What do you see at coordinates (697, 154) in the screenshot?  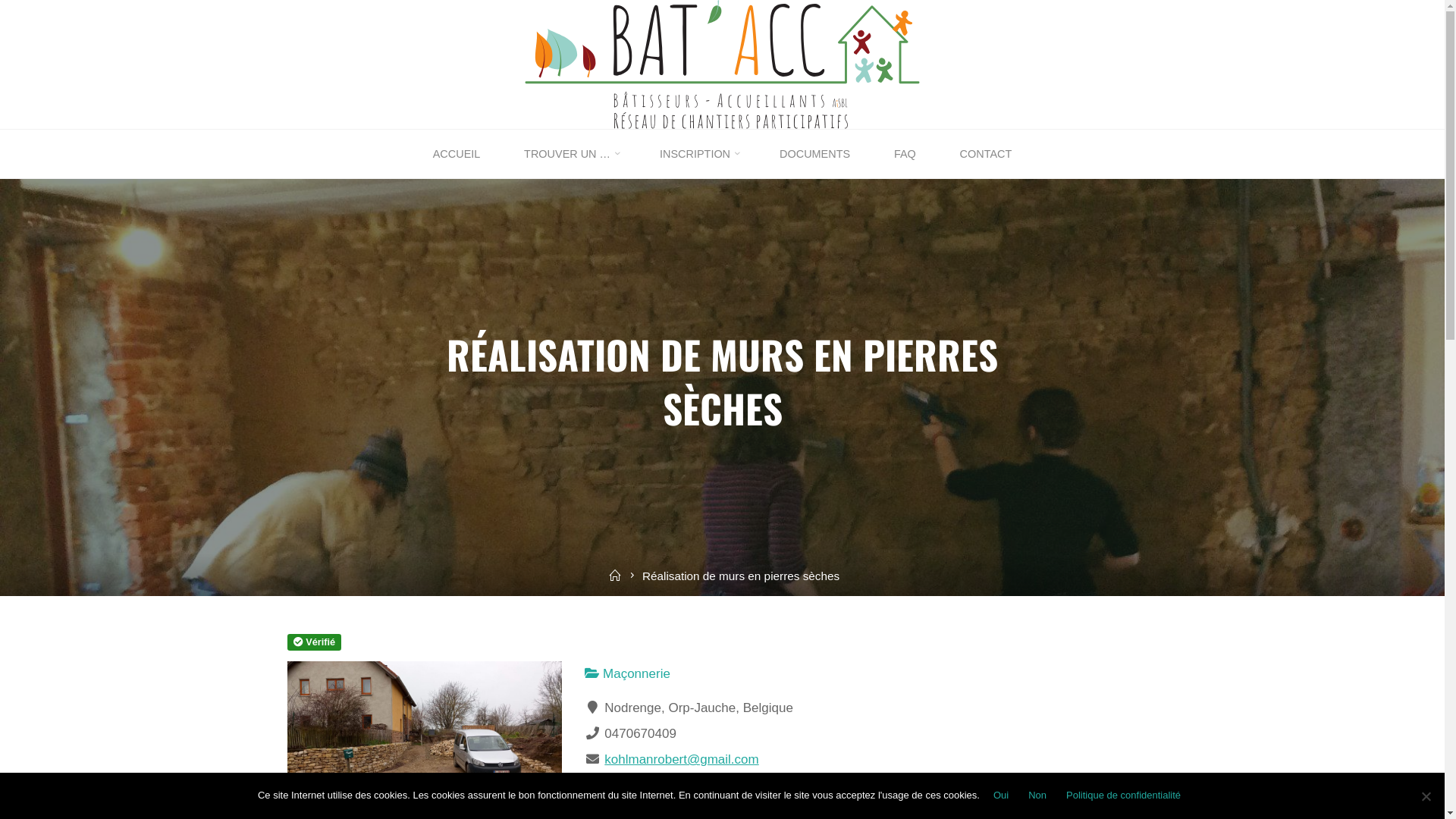 I see `'INSCRIPTION'` at bounding box center [697, 154].